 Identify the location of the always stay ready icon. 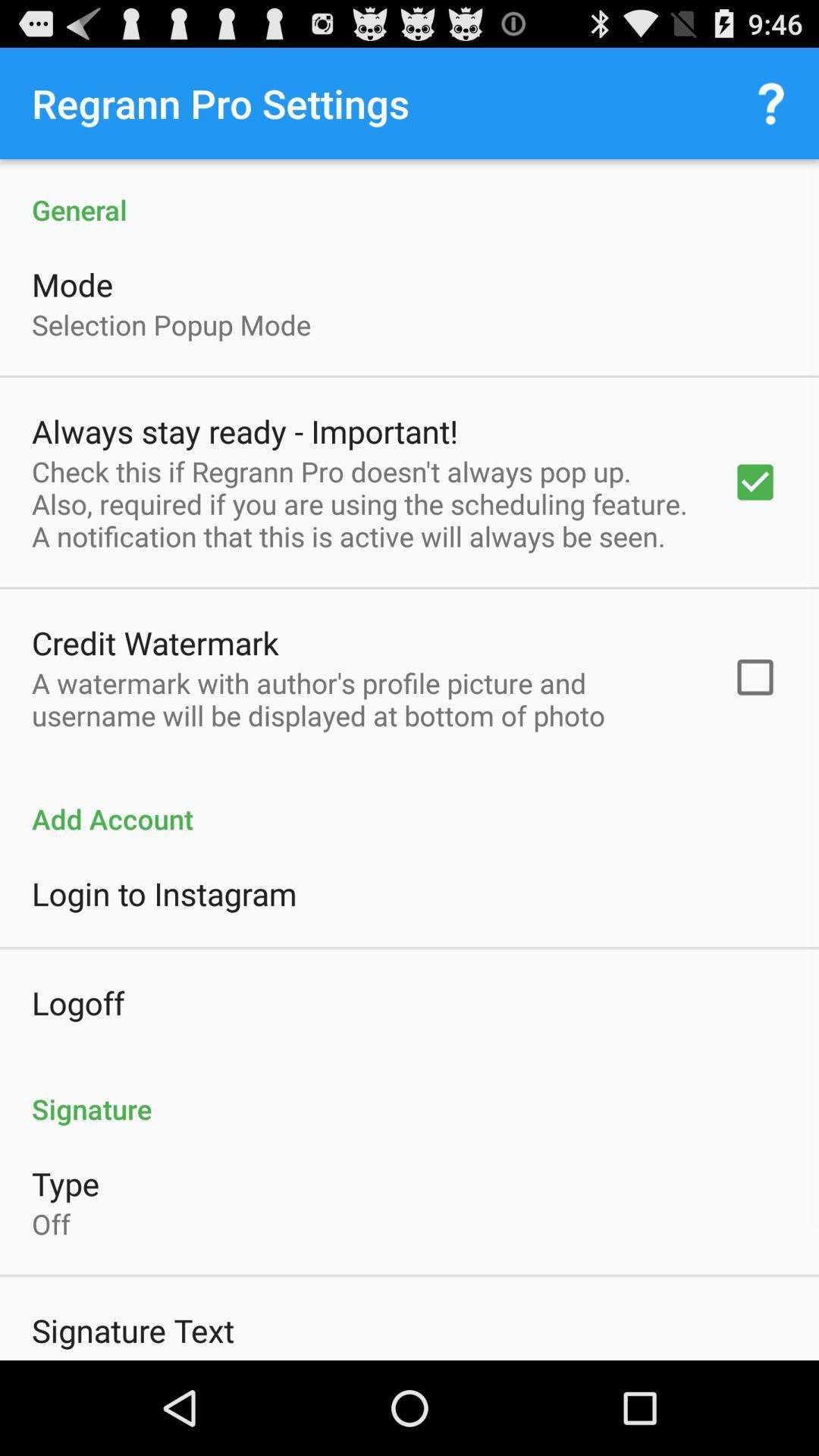
(243, 430).